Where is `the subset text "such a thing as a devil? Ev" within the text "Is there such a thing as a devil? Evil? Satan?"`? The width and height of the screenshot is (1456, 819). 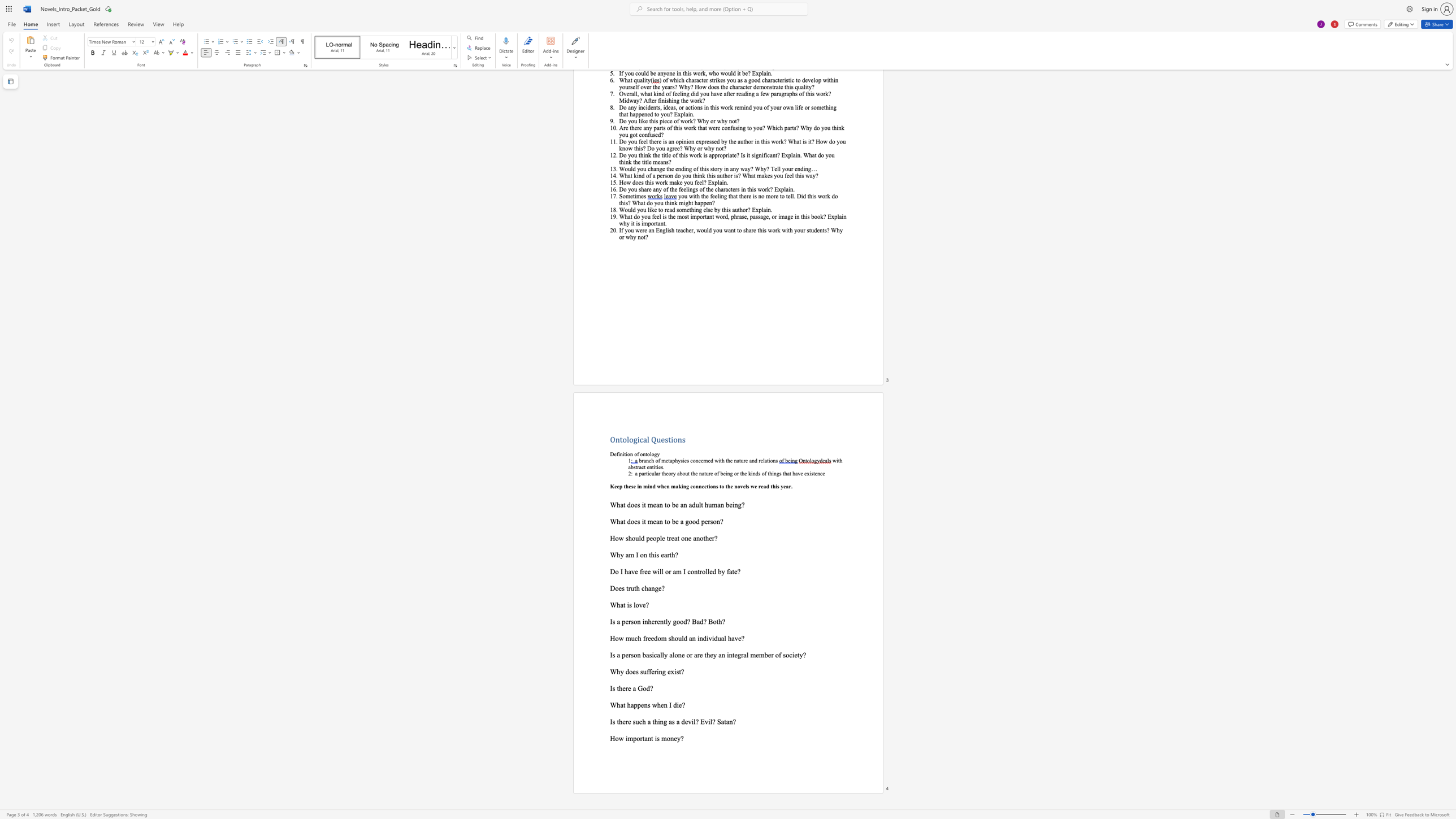
the subset text "such a thing as a devil? Ev" within the text "Is there such a thing as a devil? Evil? Satan?" is located at coordinates (632, 721).